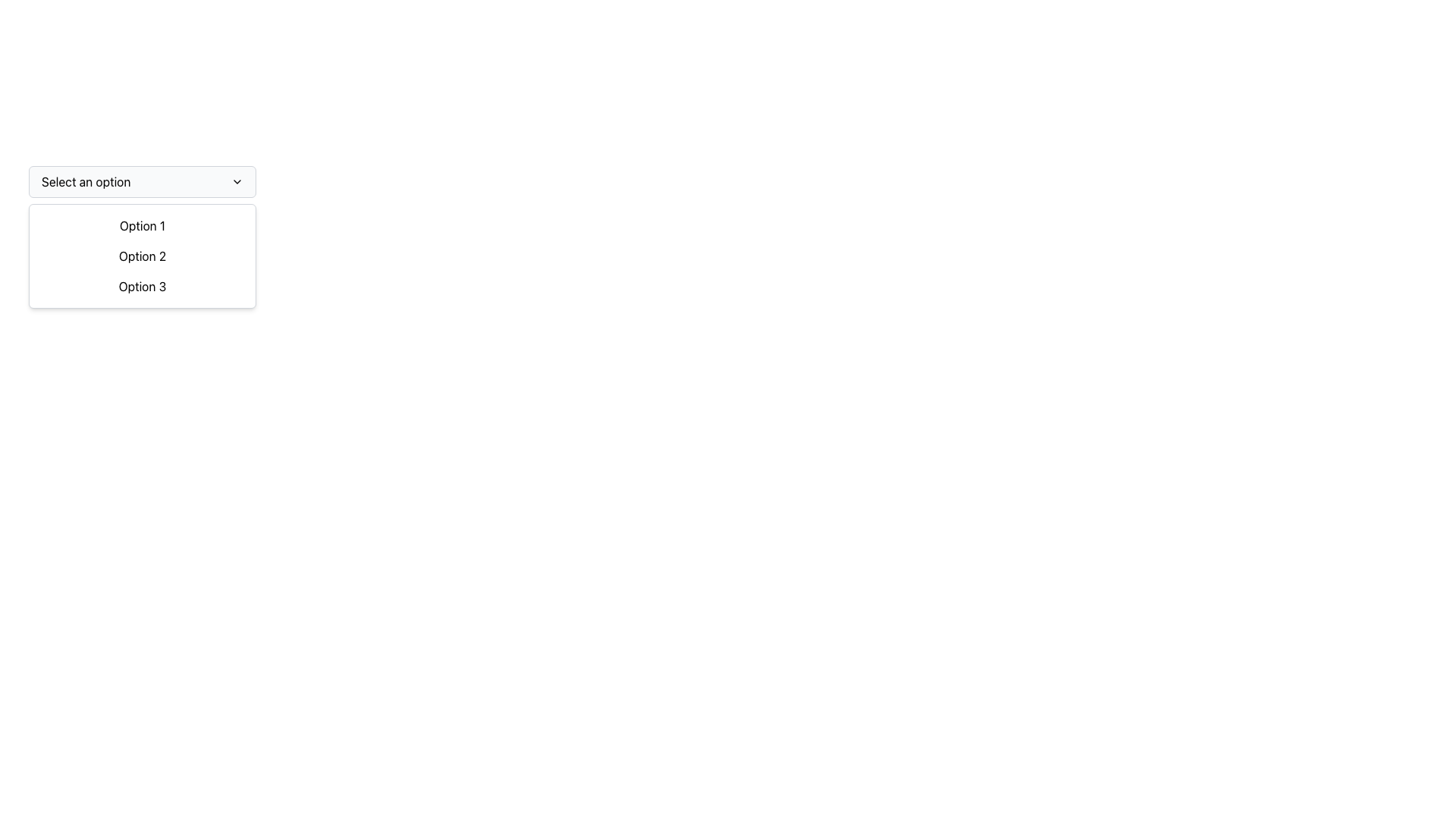  Describe the element at coordinates (142, 256) in the screenshot. I see `the second option of the dropdown list labeled 'Option 2', which is displayed in a white background with rounded corners, below the button labeled 'Select an option'` at that location.